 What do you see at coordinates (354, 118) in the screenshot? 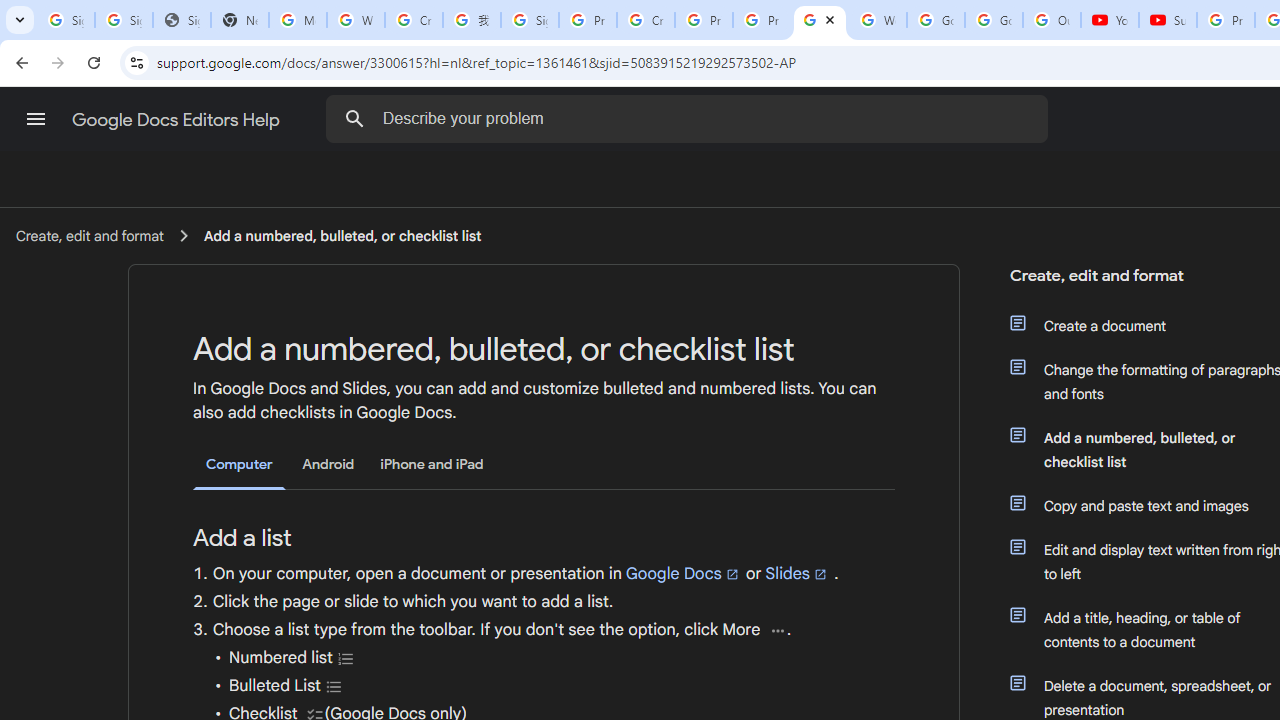
I see `'Search the Help Center'` at bounding box center [354, 118].